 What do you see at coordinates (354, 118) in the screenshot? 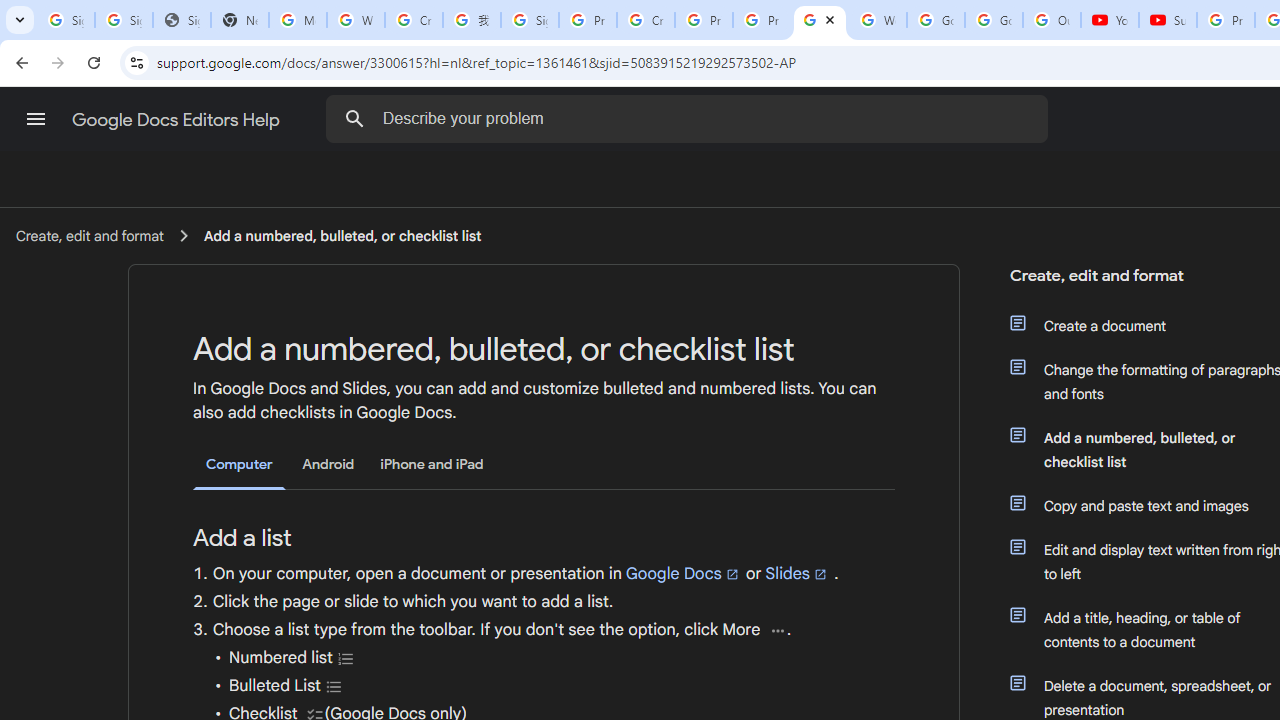
I see `'Search the Help Center'` at bounding box center [354, 118].